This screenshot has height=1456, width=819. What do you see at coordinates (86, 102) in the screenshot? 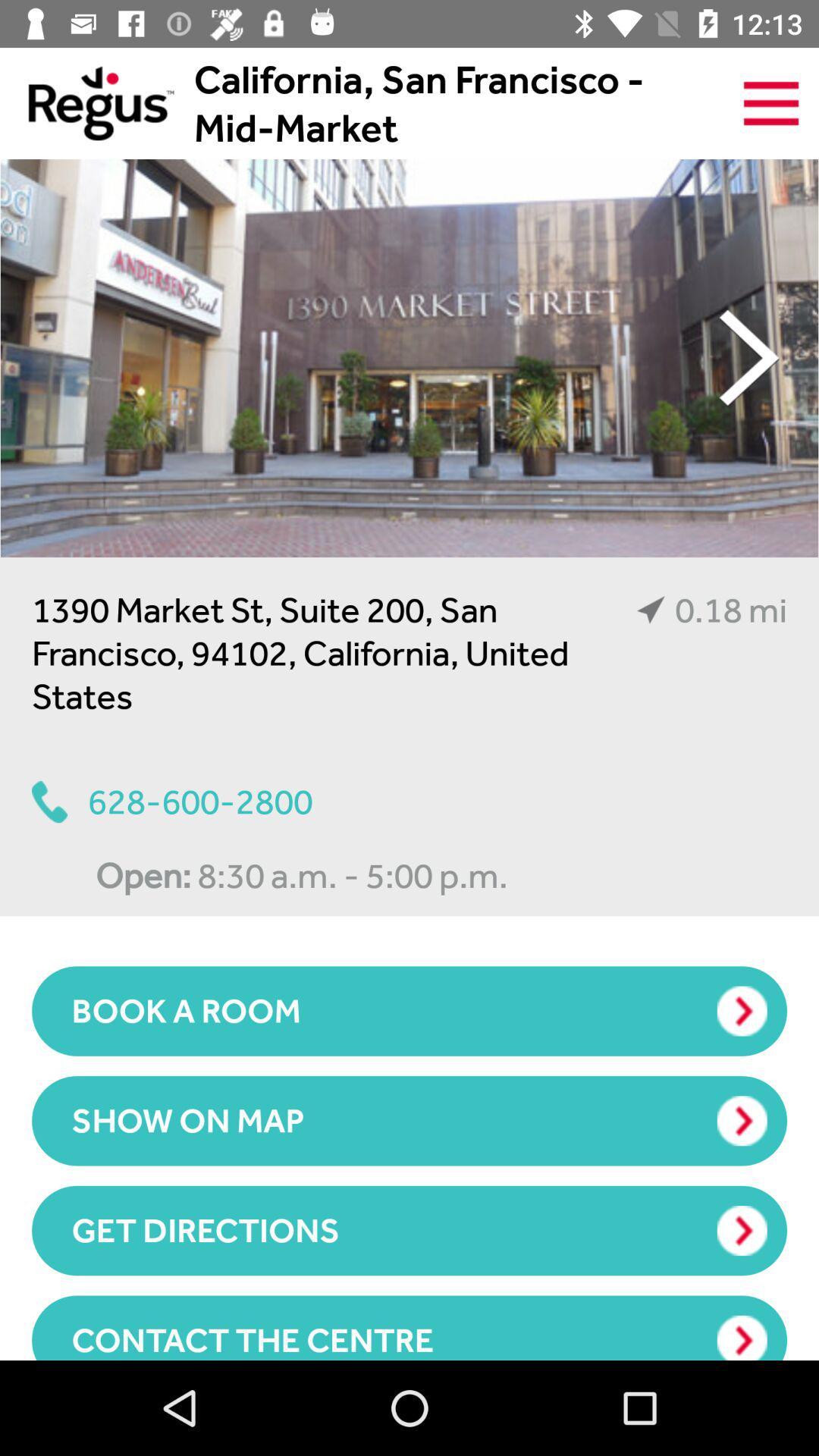
I see `the icon at the top left corner` at bounding box center [86, 102].